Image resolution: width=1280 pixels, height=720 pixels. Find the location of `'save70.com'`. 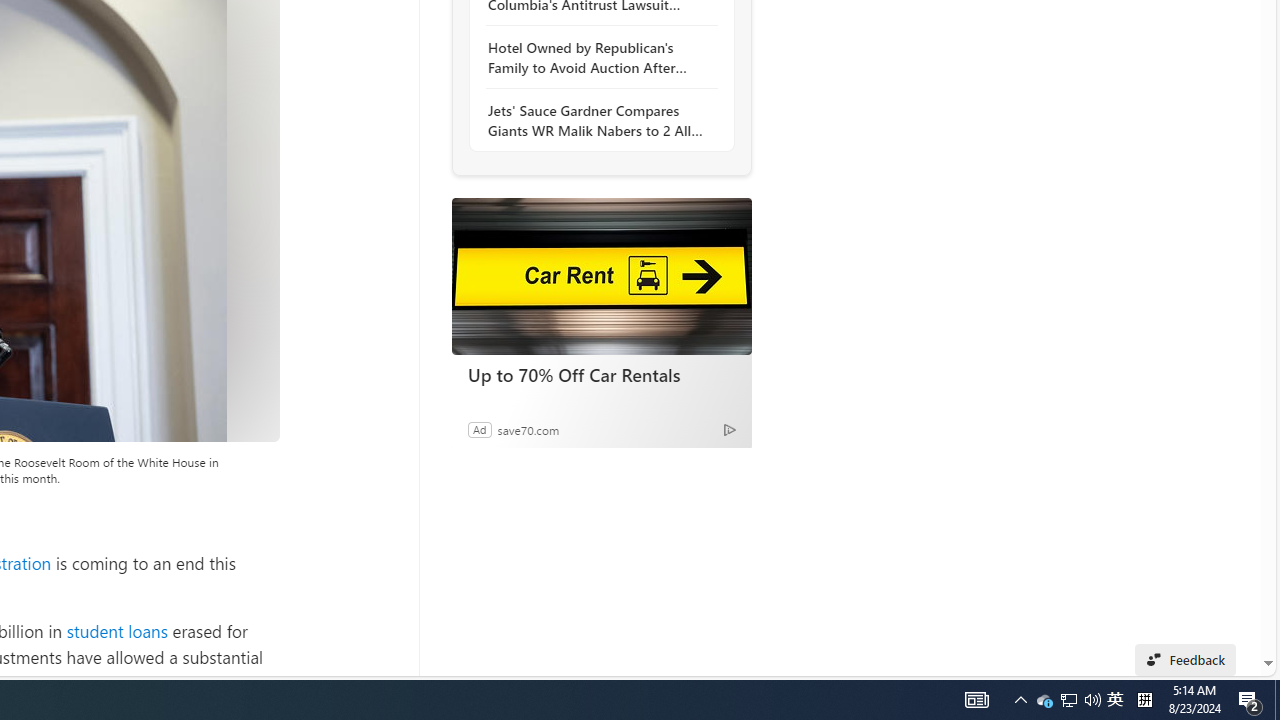

'save70.com' is located at coordinates (528, 428).